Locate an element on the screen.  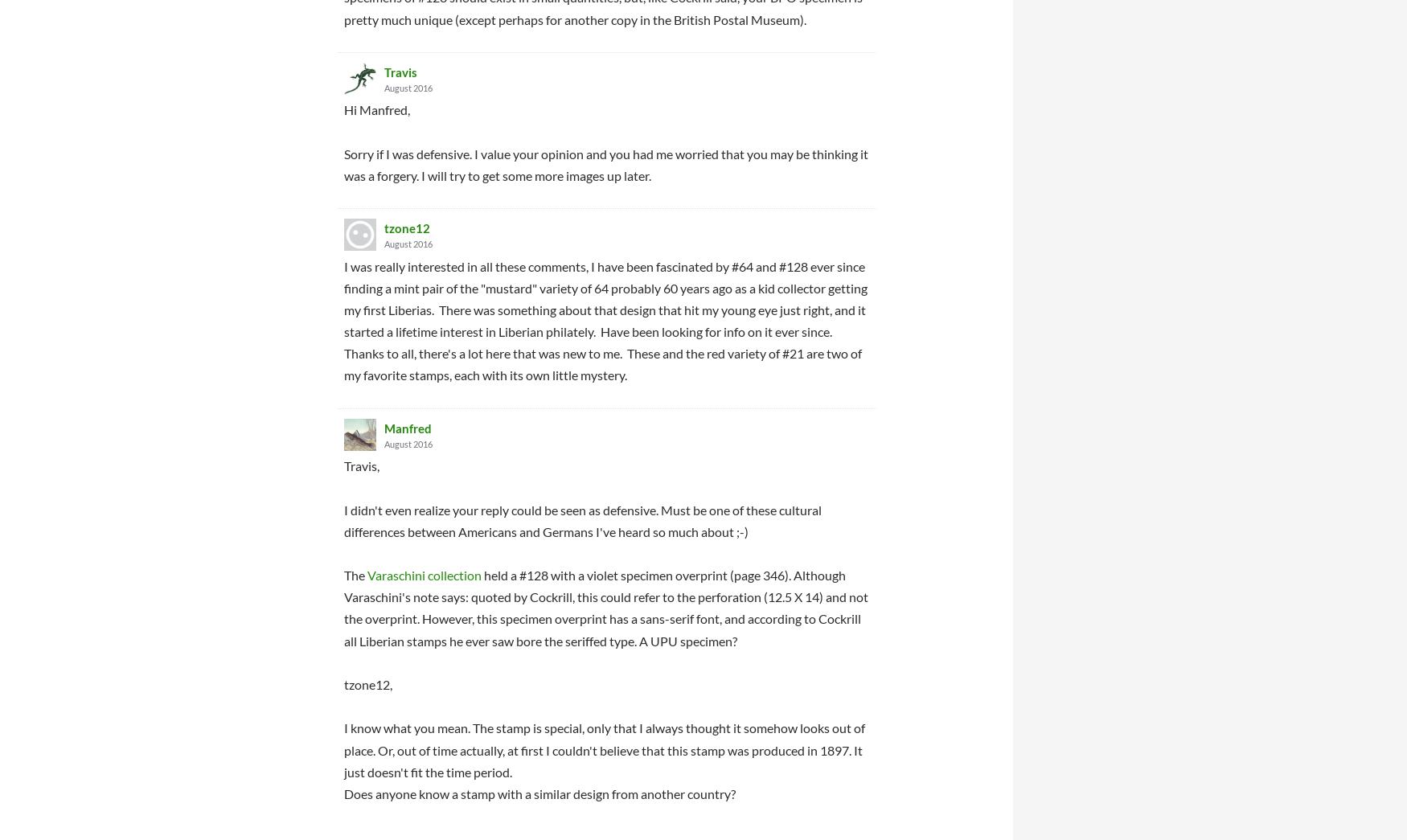
'Travis,' is located at coordinates (361, 465).